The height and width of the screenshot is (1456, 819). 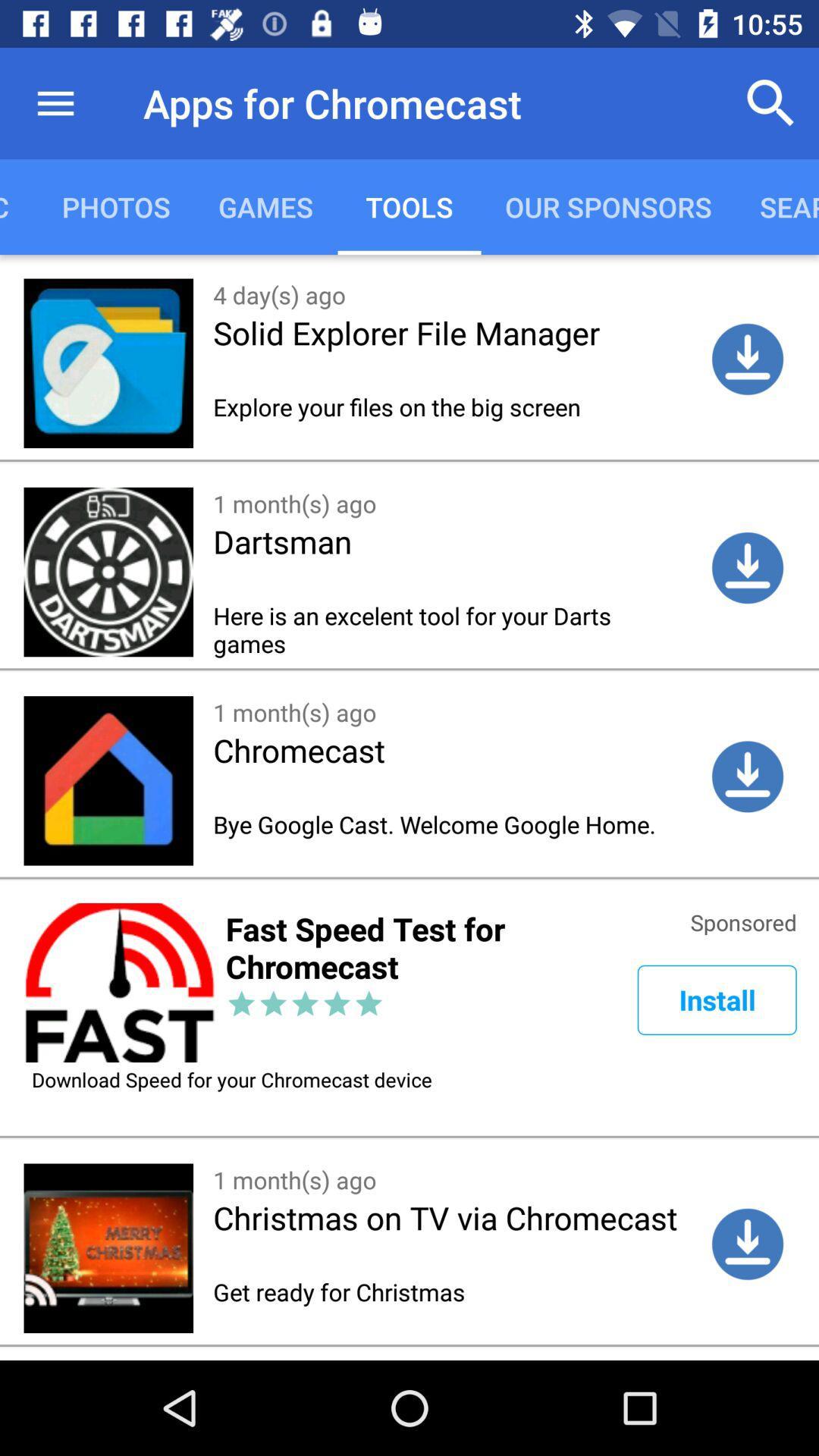 What do you see at coordinates (717, 999) in the screenshot?
I see `the item next to fast speed test icon` at bounding box center [717, 999].